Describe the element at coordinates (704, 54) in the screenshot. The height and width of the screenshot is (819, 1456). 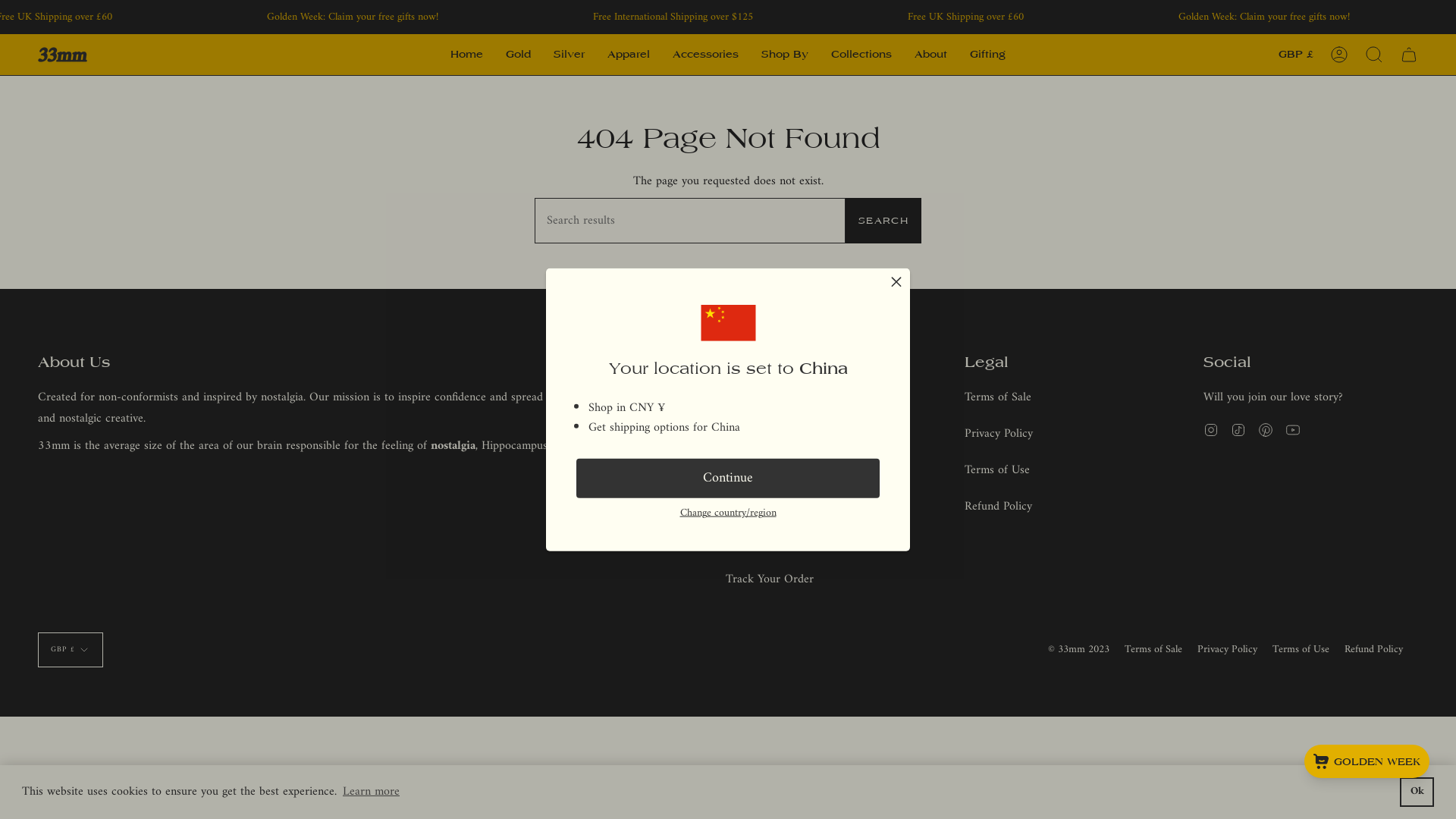
I see `'Accessories'` at that location.